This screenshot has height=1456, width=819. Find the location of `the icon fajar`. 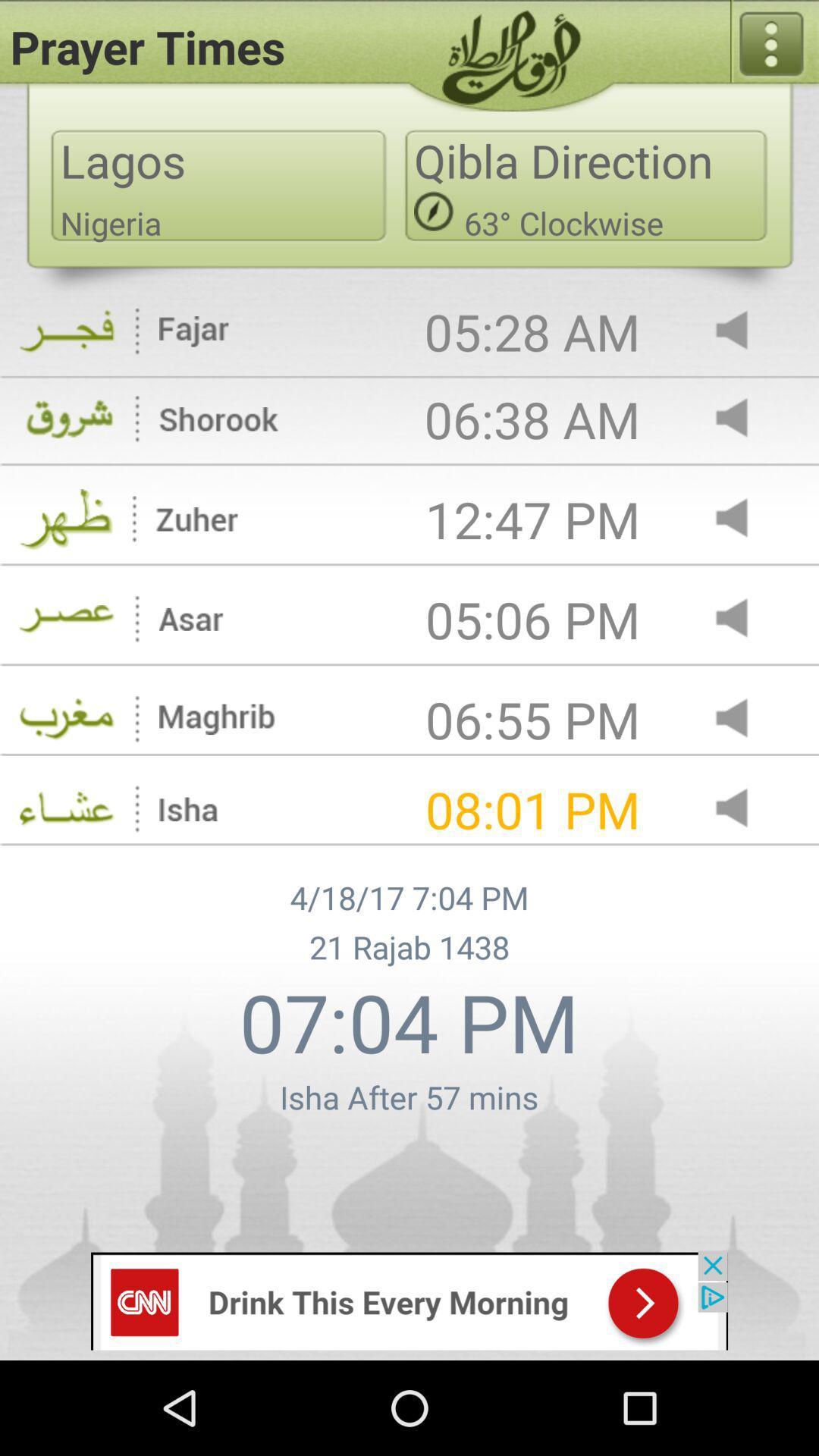

the icon fajar is located at coordinates (193, 331).